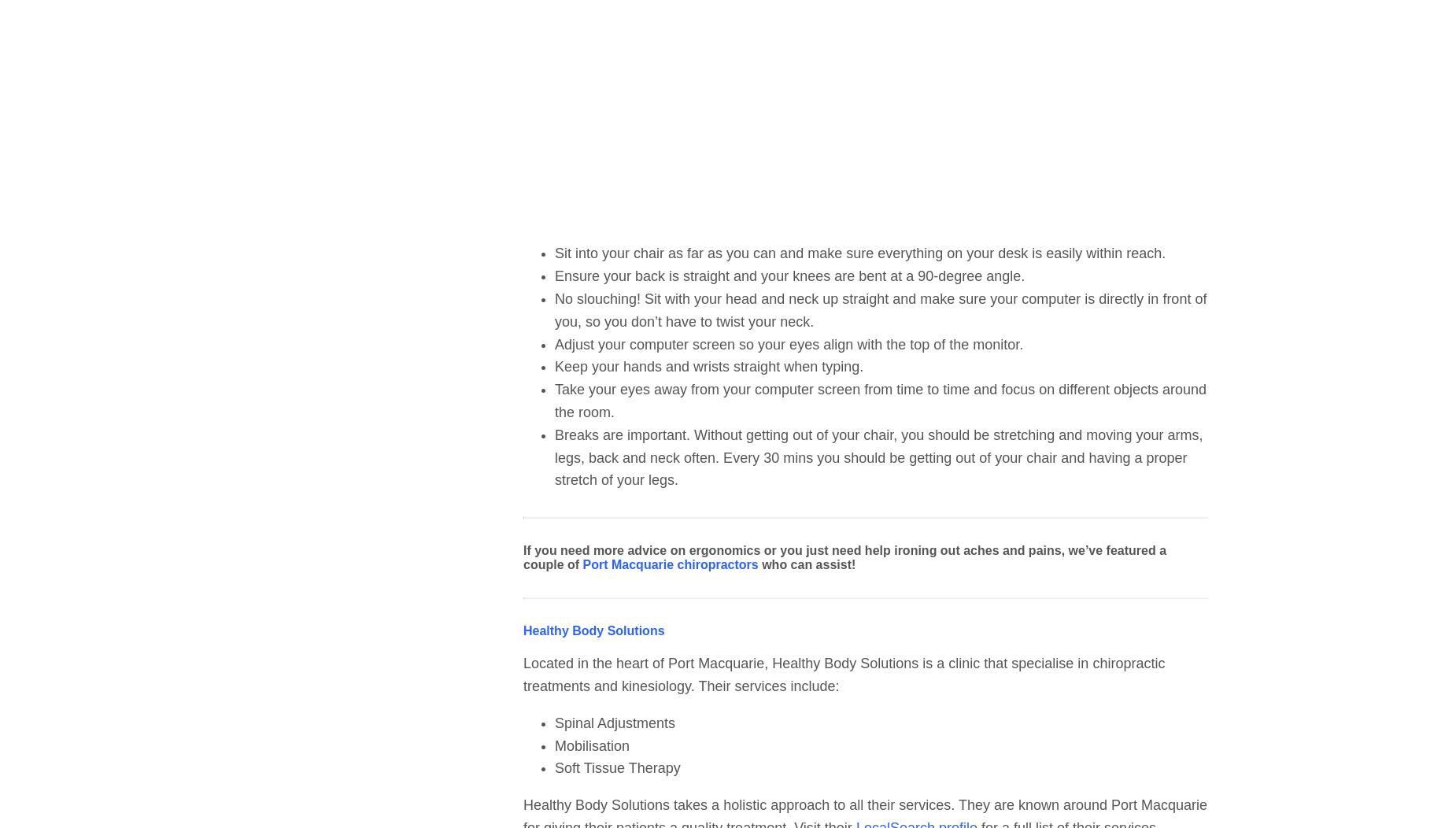  What do you see at coordinates (670, 564) in the screenshot?
I see `'Port Macquarie chiropractors'` at bounding box center [670, 564].